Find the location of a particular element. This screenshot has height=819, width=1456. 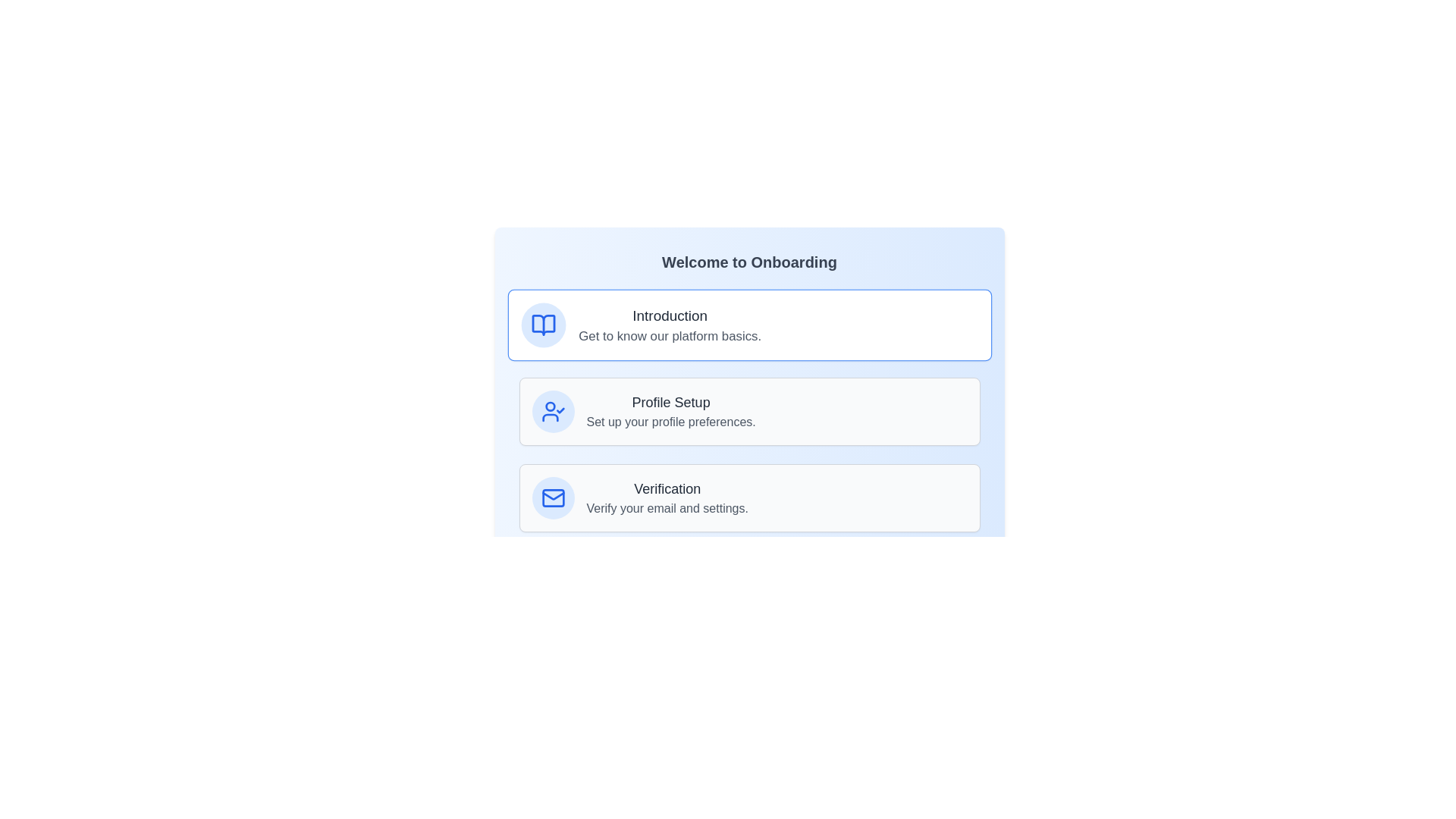

the second Informational Card that has a light gray background, a person icon with a checkmark in a blue circle, and the text 'Profile Setup' in bold with a subtitle below is located at coordinates (749, 412).